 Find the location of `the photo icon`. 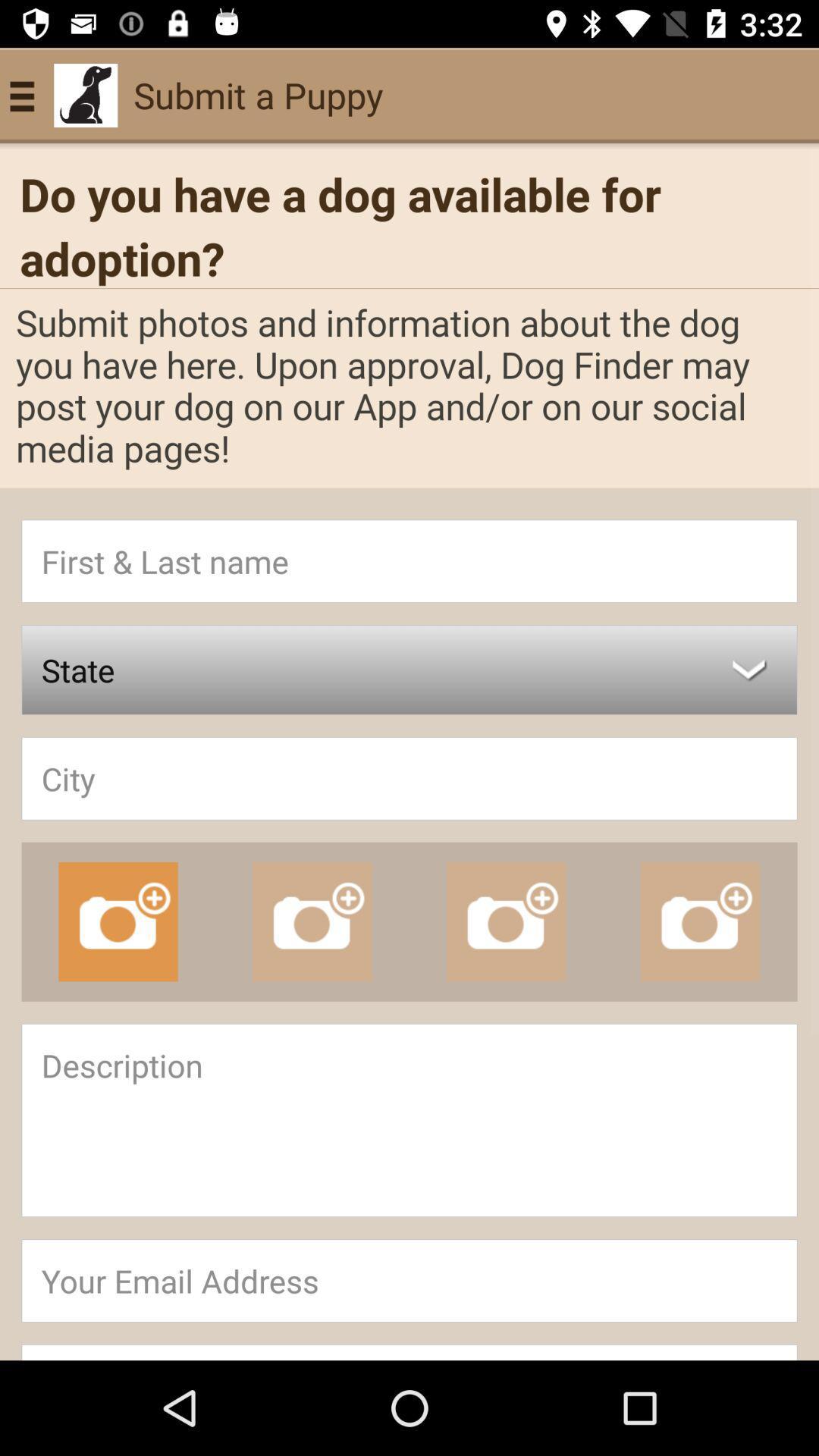

the photo icon is located at coordinates (311, 921).